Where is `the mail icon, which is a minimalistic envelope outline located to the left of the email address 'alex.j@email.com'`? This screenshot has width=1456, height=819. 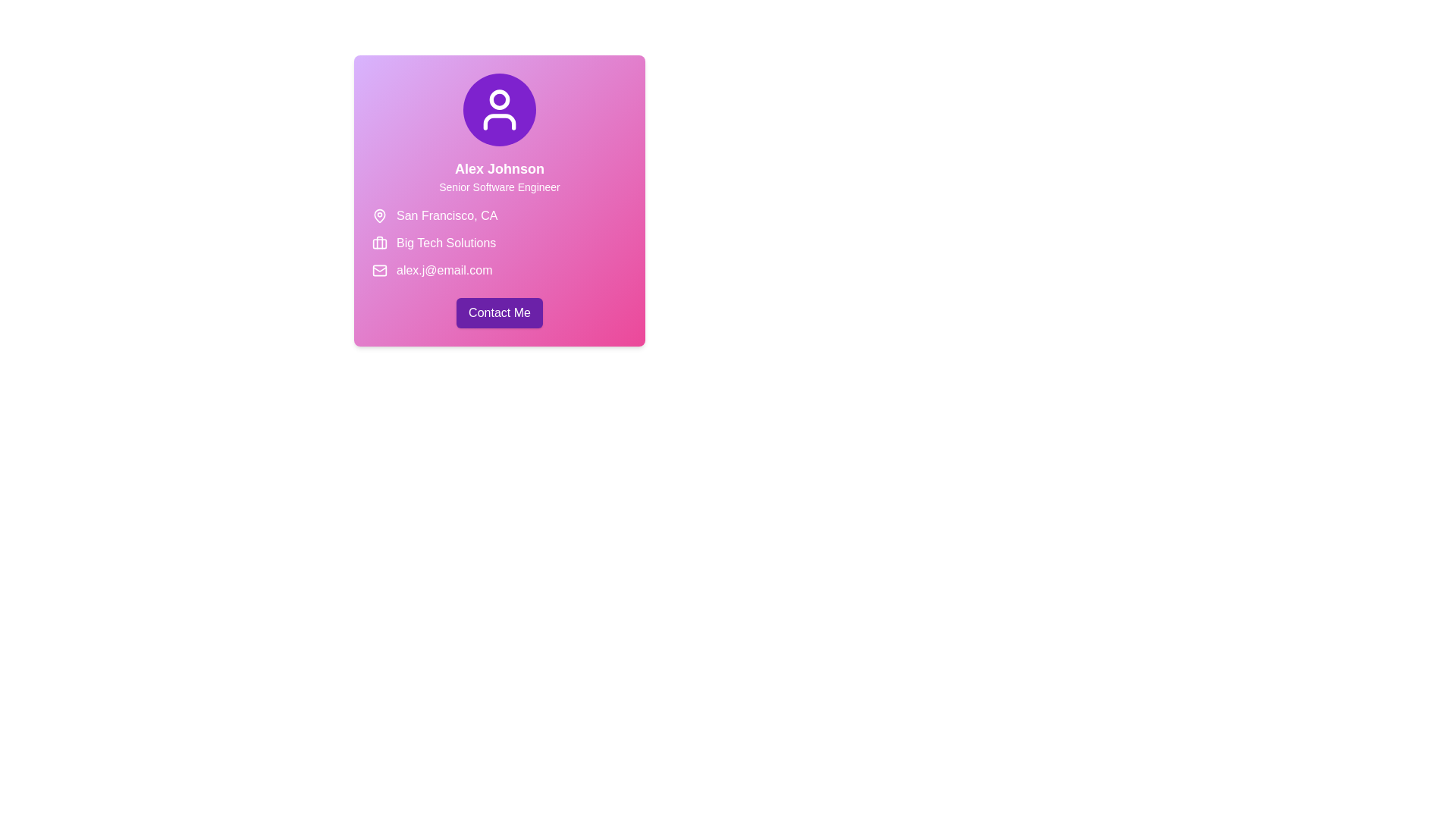
the mail icon, which is a minimalistic envelope outline located to the left of the email address 'alex.j@email.com' is located at coordinates (379, 270).